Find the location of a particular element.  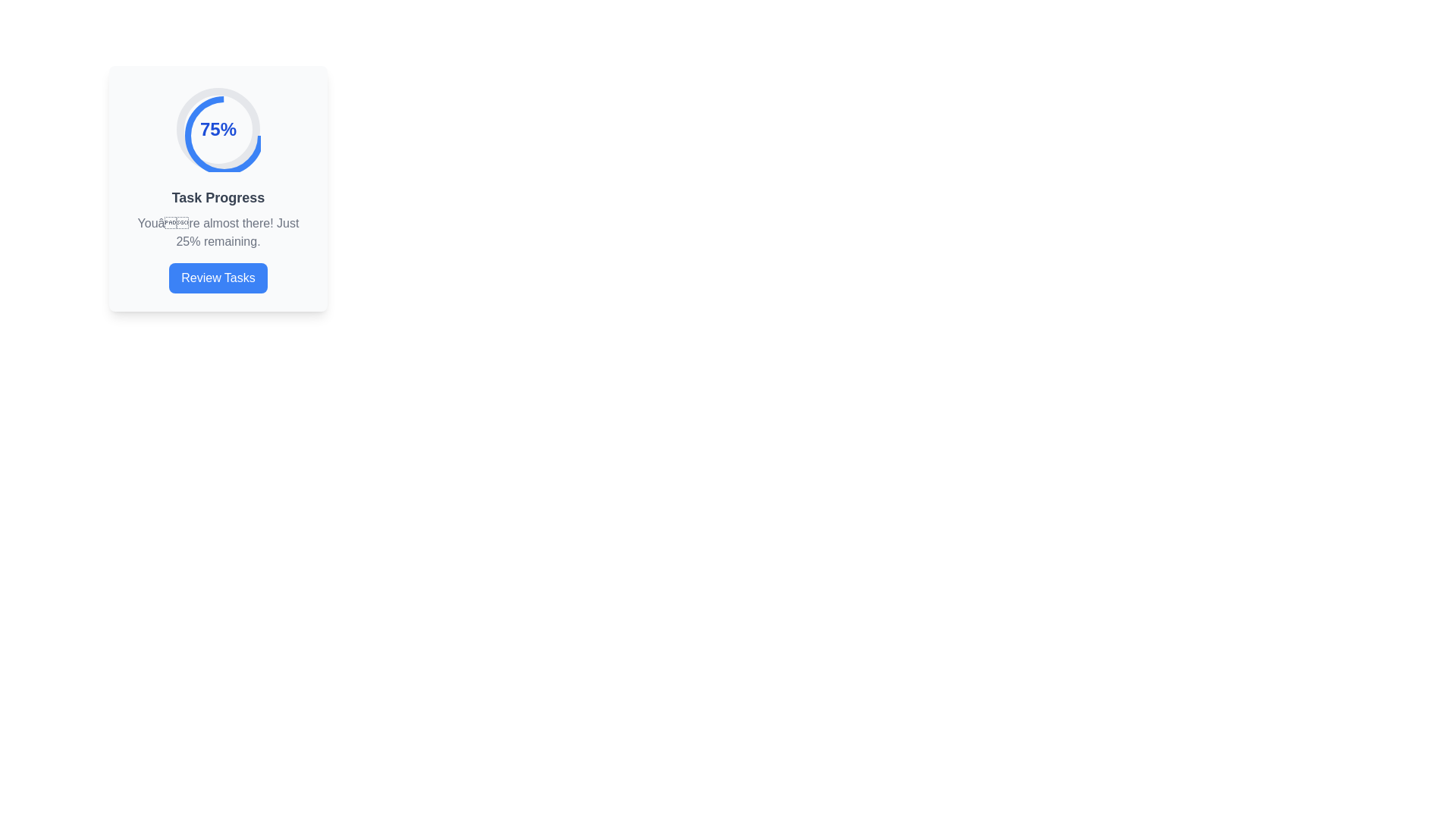

task progress update displayed in the text component that shows 'Task Progress' and 'You’re almost there! Just 25% remaining.' is located at coordinates (218, 219).